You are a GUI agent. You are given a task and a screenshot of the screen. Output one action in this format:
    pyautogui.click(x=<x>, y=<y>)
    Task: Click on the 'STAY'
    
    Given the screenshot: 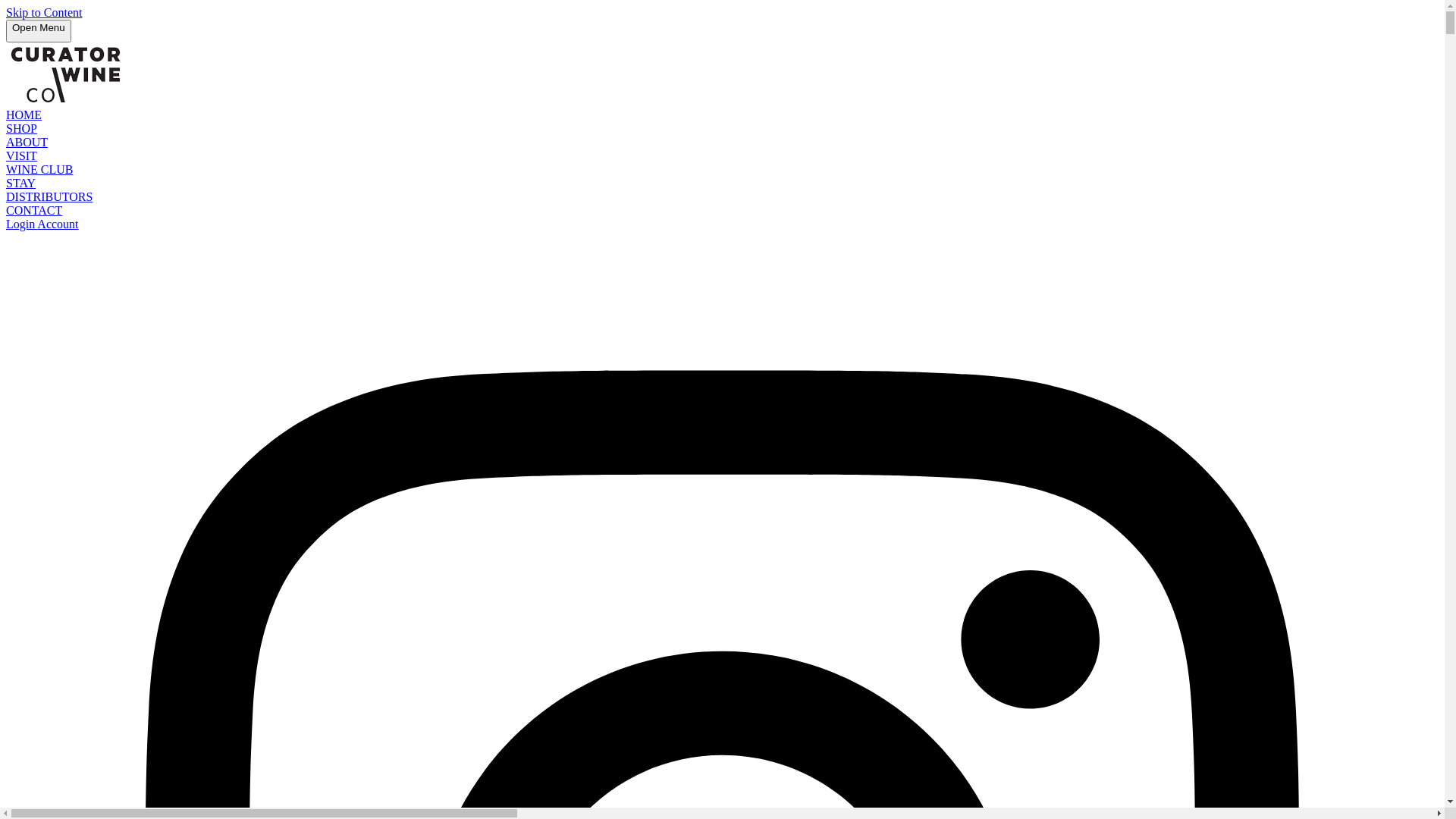 What is the action you would take?
    pyautogui.click(x=20, y=182)
    